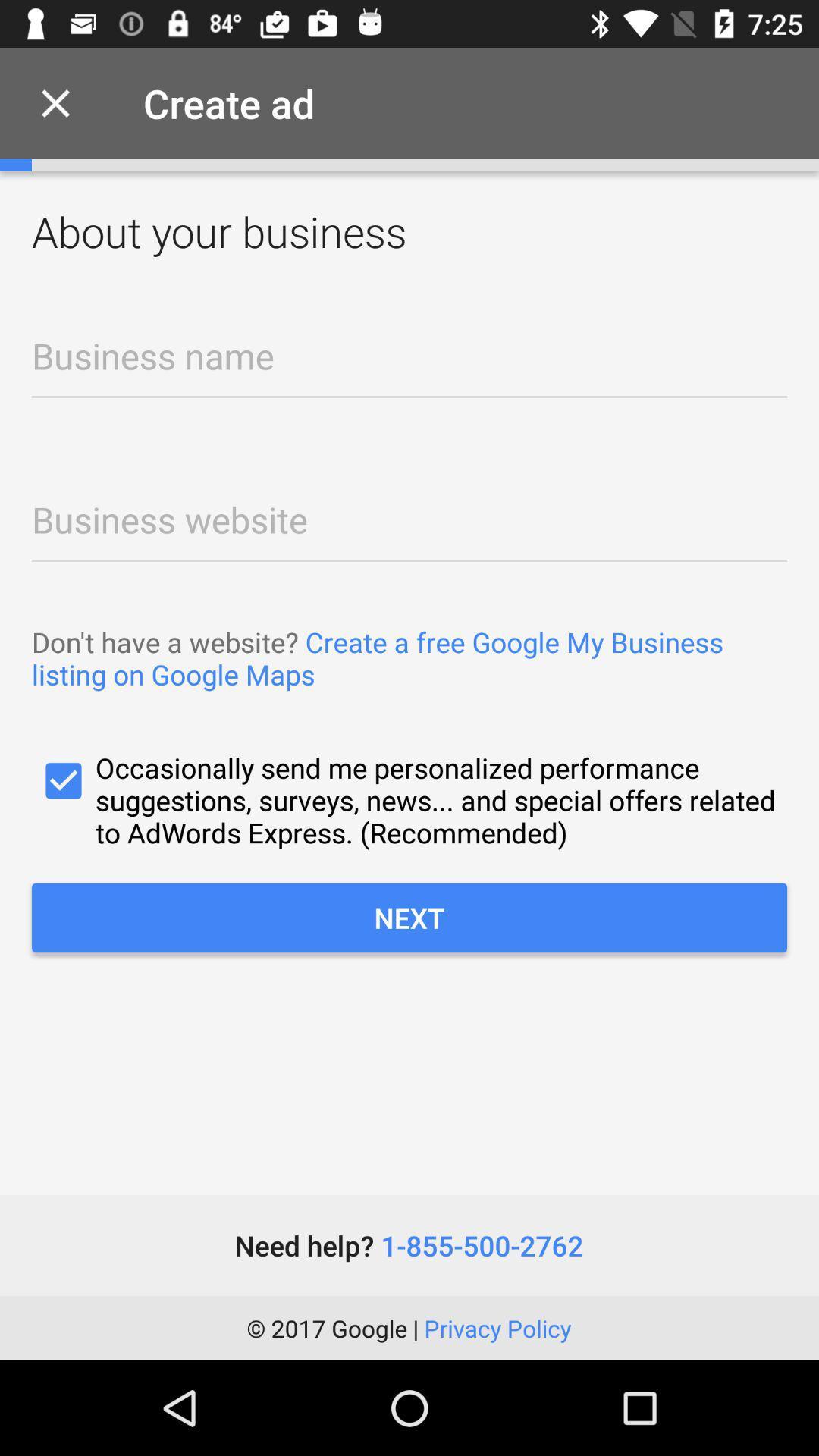 This screenshot has height=1456, width=819. I want to click on the item to the left of create ad icon, so click(55, 102).